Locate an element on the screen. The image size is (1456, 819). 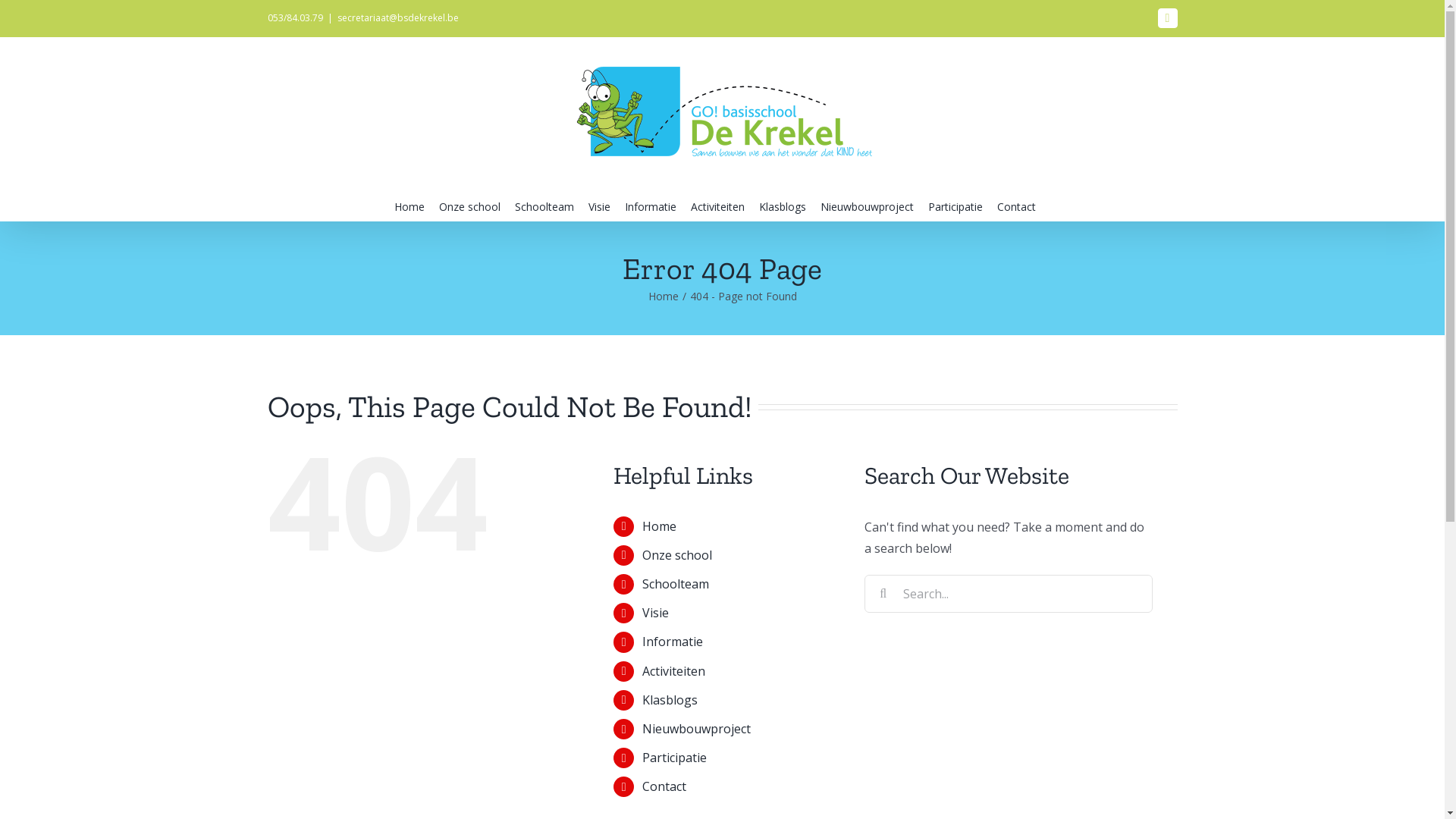
'Activiteiten' is located at coordinates (673, 670).